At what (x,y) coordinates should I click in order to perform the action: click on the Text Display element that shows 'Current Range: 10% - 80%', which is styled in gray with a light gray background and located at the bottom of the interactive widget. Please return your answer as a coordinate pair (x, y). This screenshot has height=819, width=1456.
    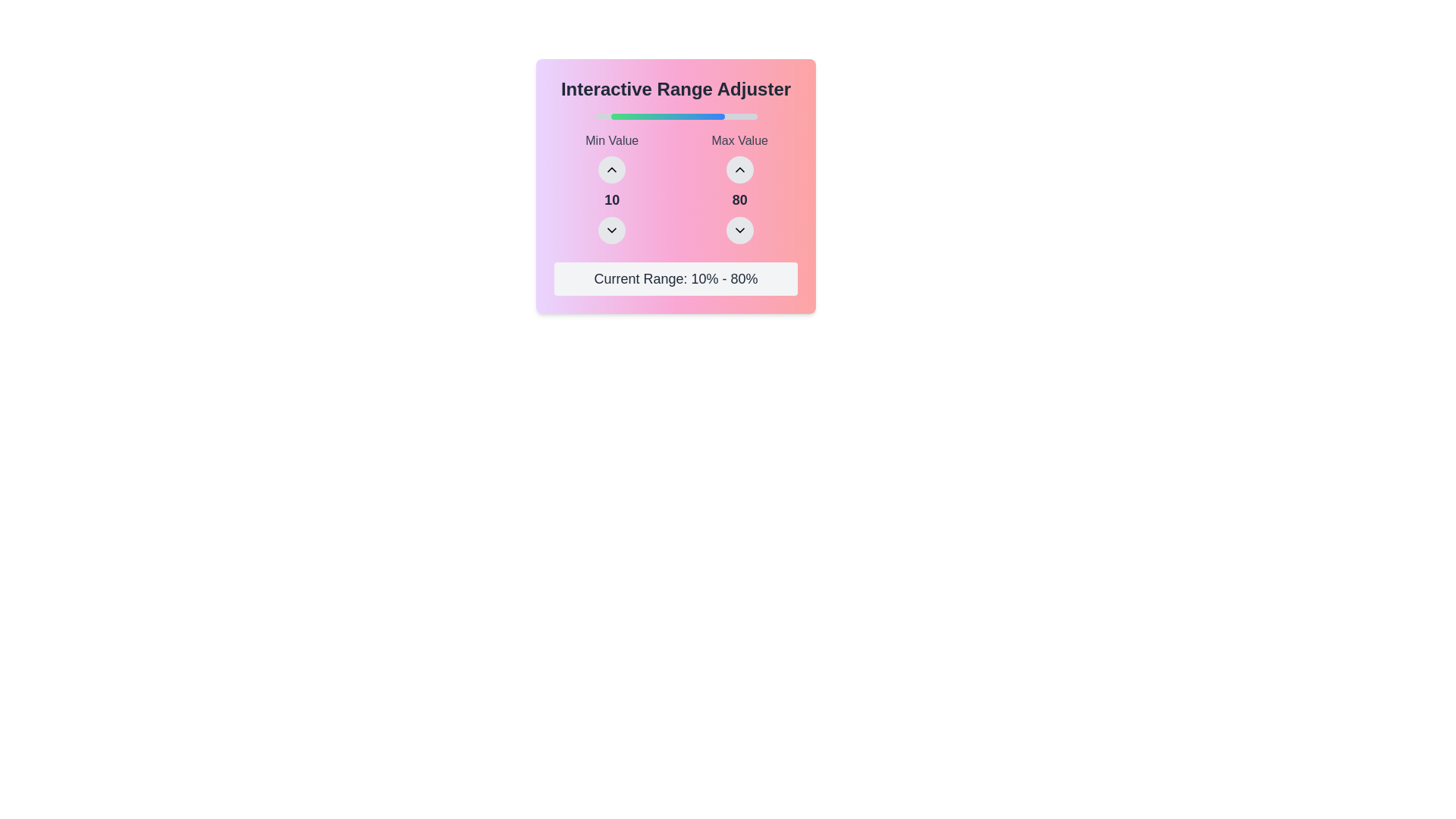
    Looking at the image, I should click on (675, 278).